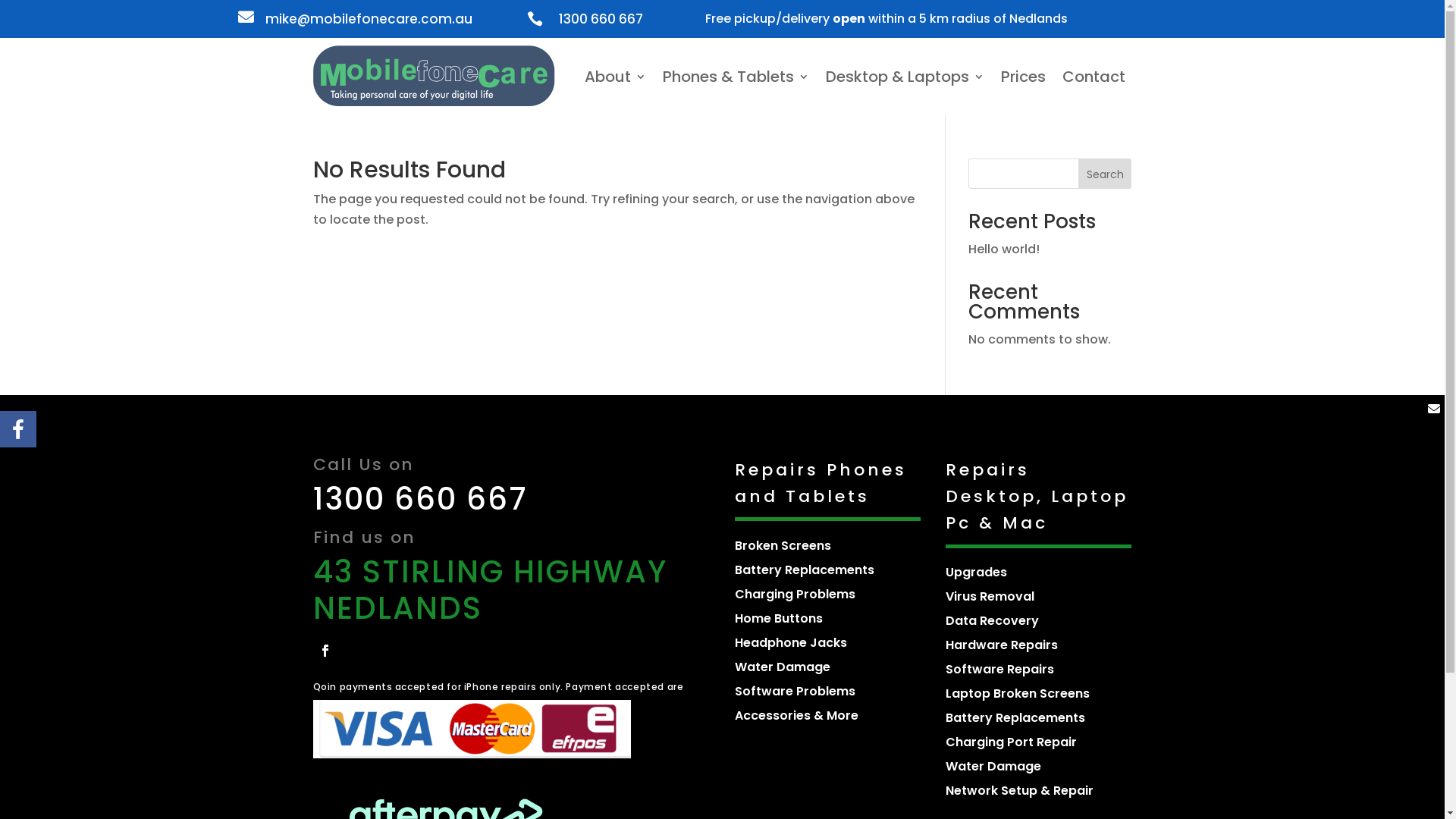 The image size is (1456, 819). What do you see at coordinates (736, 76) in the screenshot?
I see `'Phones & Tablets'` at bounding box center [736, 76].